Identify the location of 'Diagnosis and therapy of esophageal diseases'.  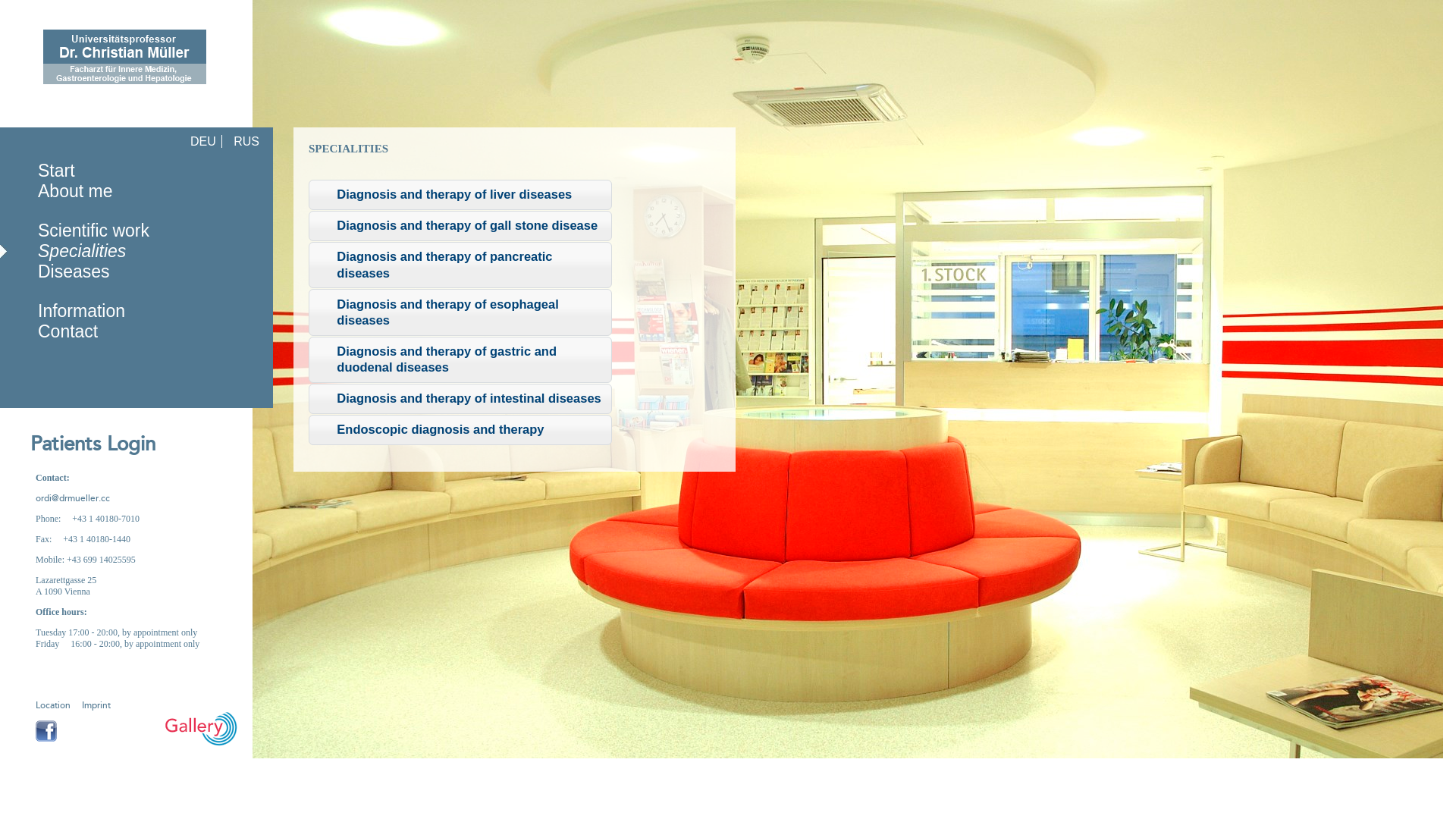
(459, 311).